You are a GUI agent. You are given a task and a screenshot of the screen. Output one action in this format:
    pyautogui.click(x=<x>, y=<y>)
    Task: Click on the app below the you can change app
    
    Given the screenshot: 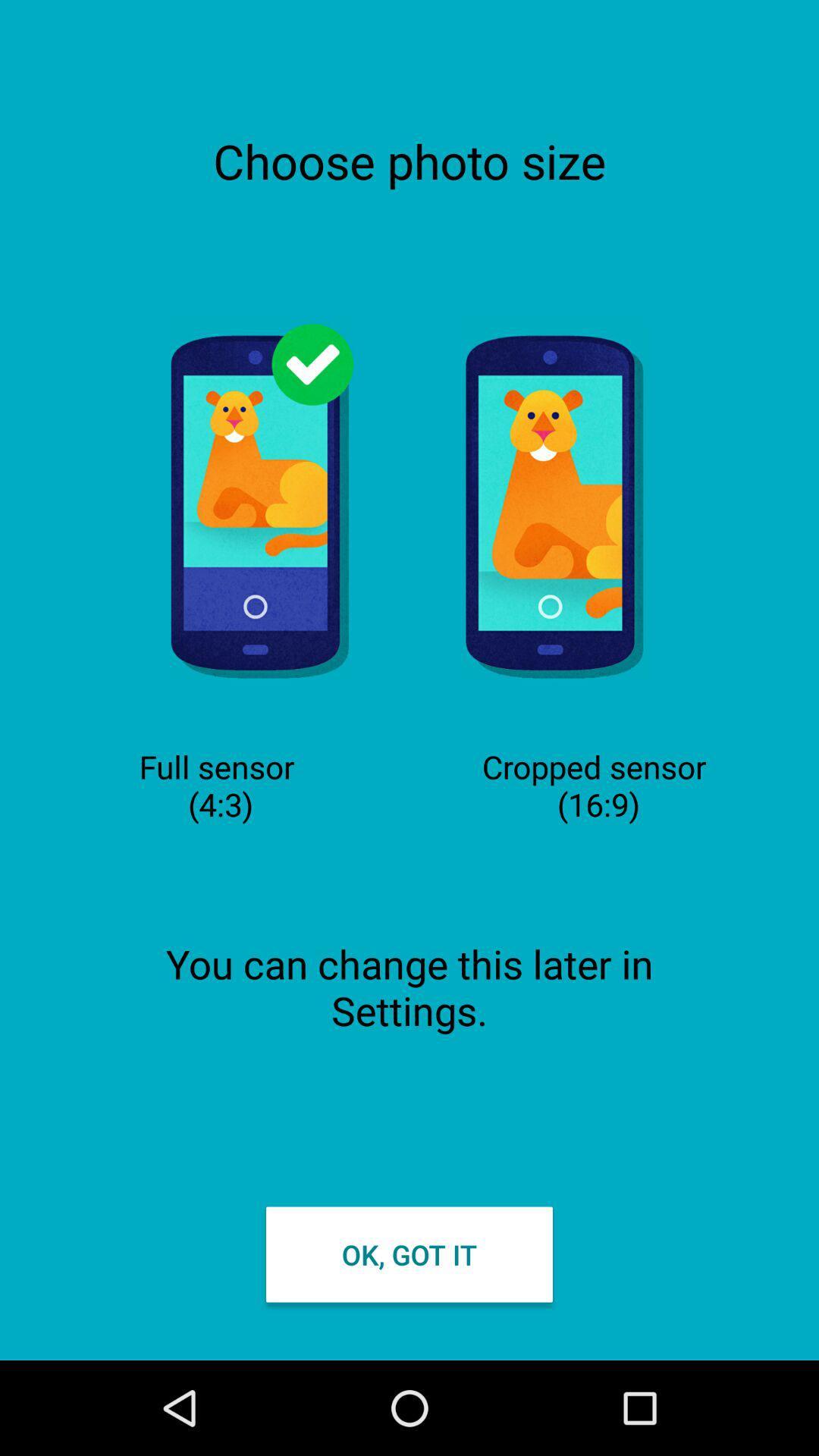 What is the action you would take?
    pyautogui.click(x=409, y=1254)
    